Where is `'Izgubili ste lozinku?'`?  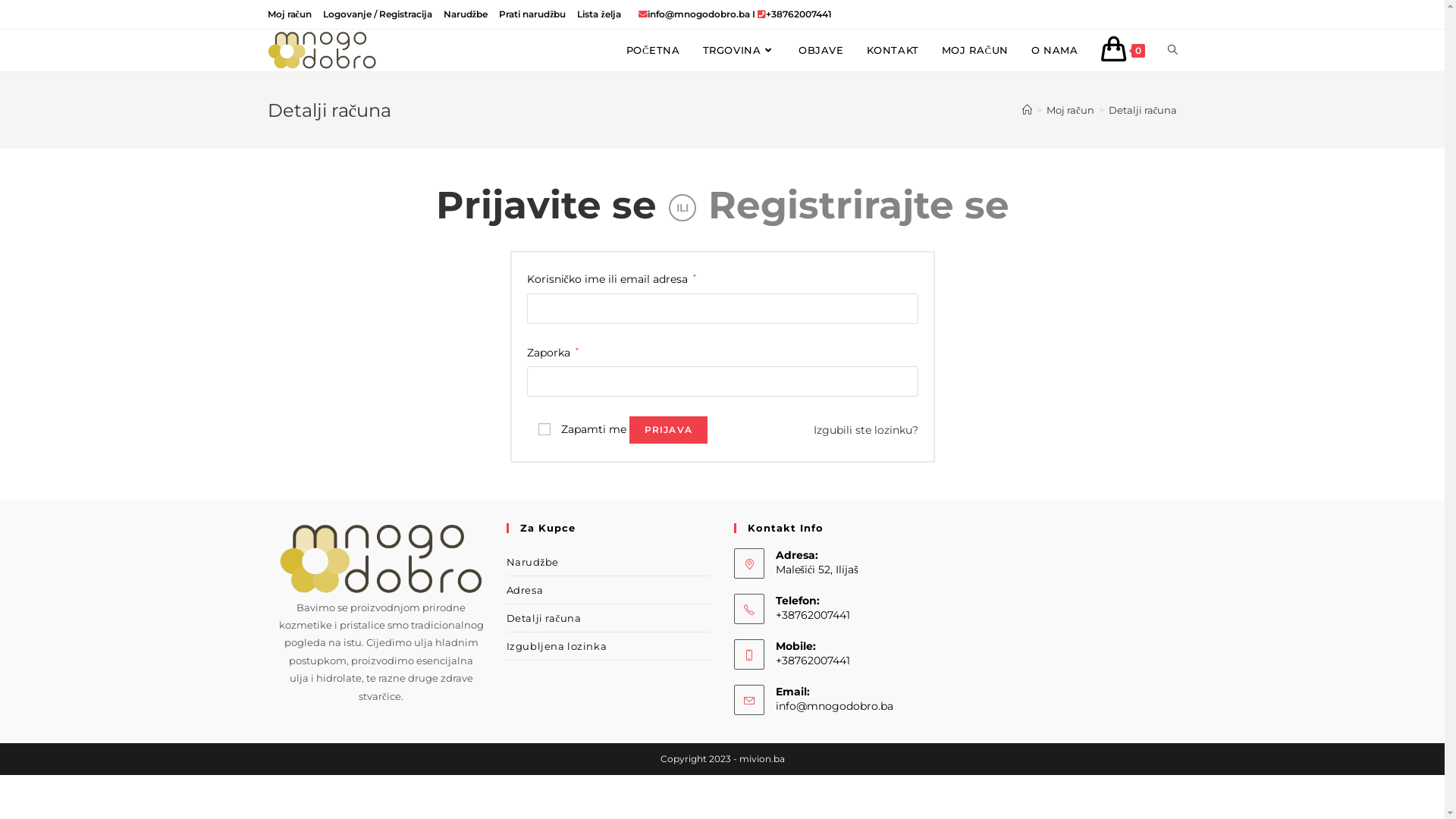 'Izgubili ste lozinku?' is located at coordinates (865, 430).